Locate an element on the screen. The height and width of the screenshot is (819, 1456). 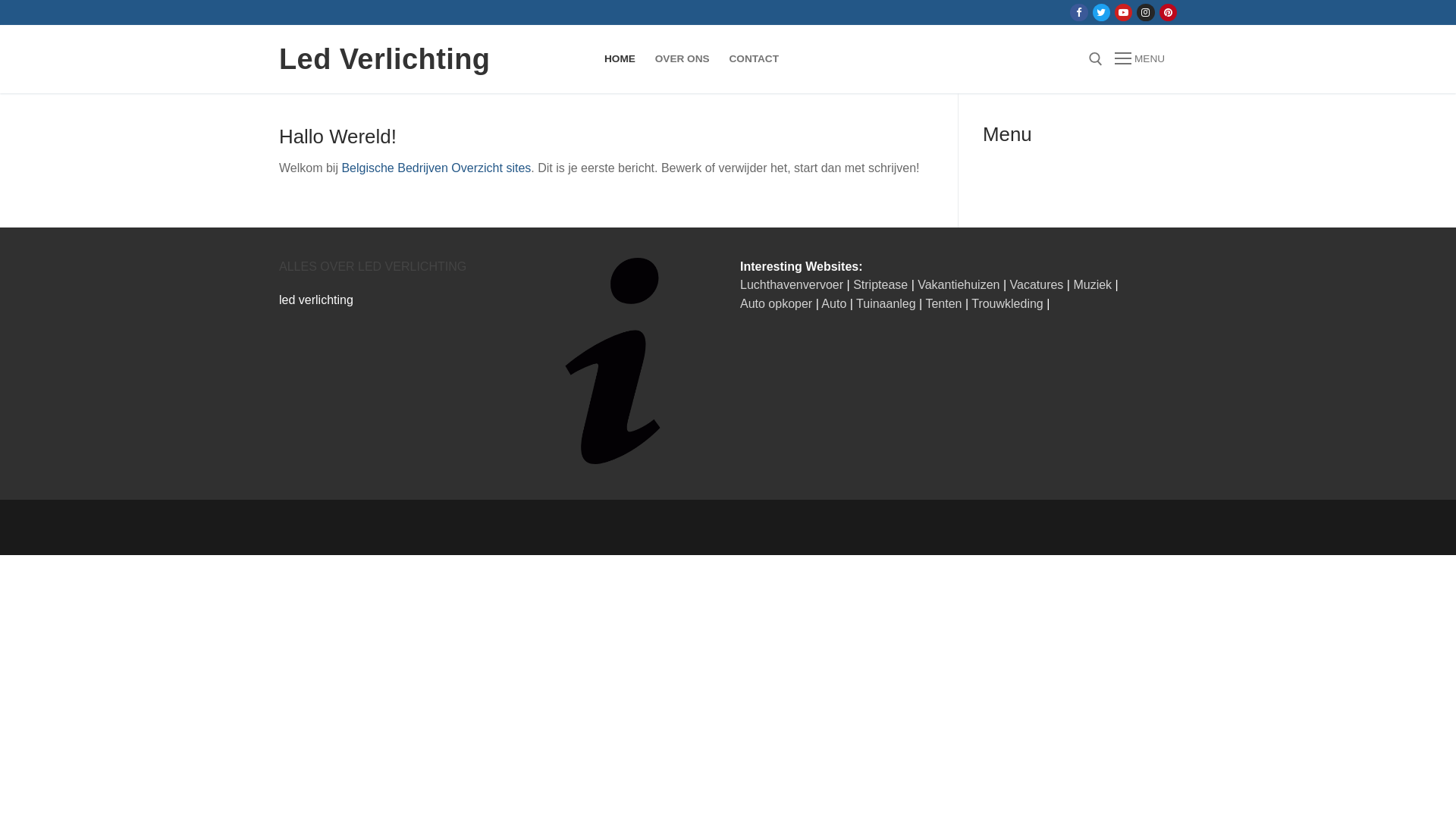
'Doorgaan naar inhoud' is located at coordinates (0, 0).